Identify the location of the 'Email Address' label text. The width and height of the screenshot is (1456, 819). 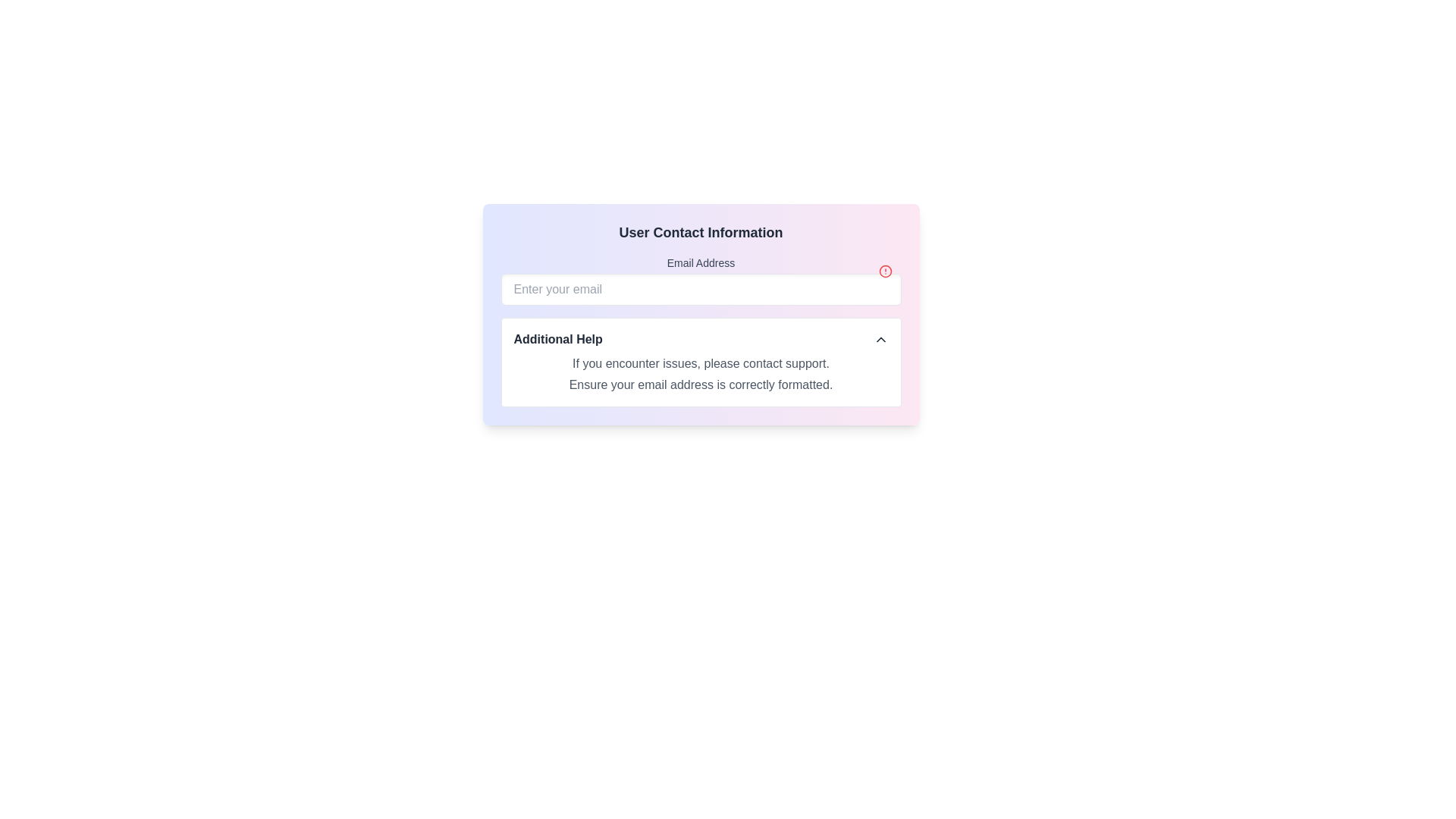
(700, 262).